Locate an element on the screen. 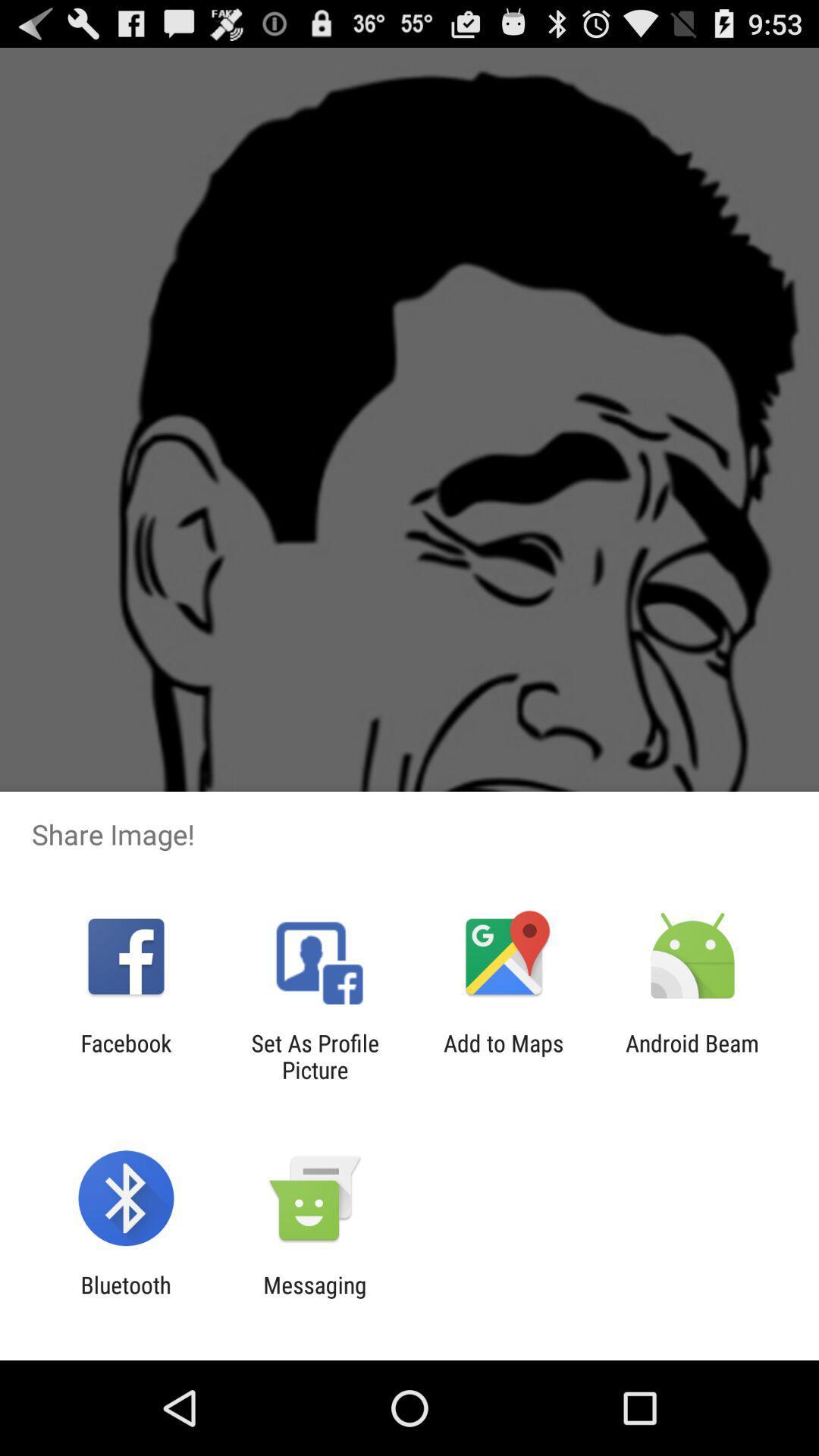 The height and width of the screenshot is (1456, 819). the bluetooth is located at coordinates (125, 1298).